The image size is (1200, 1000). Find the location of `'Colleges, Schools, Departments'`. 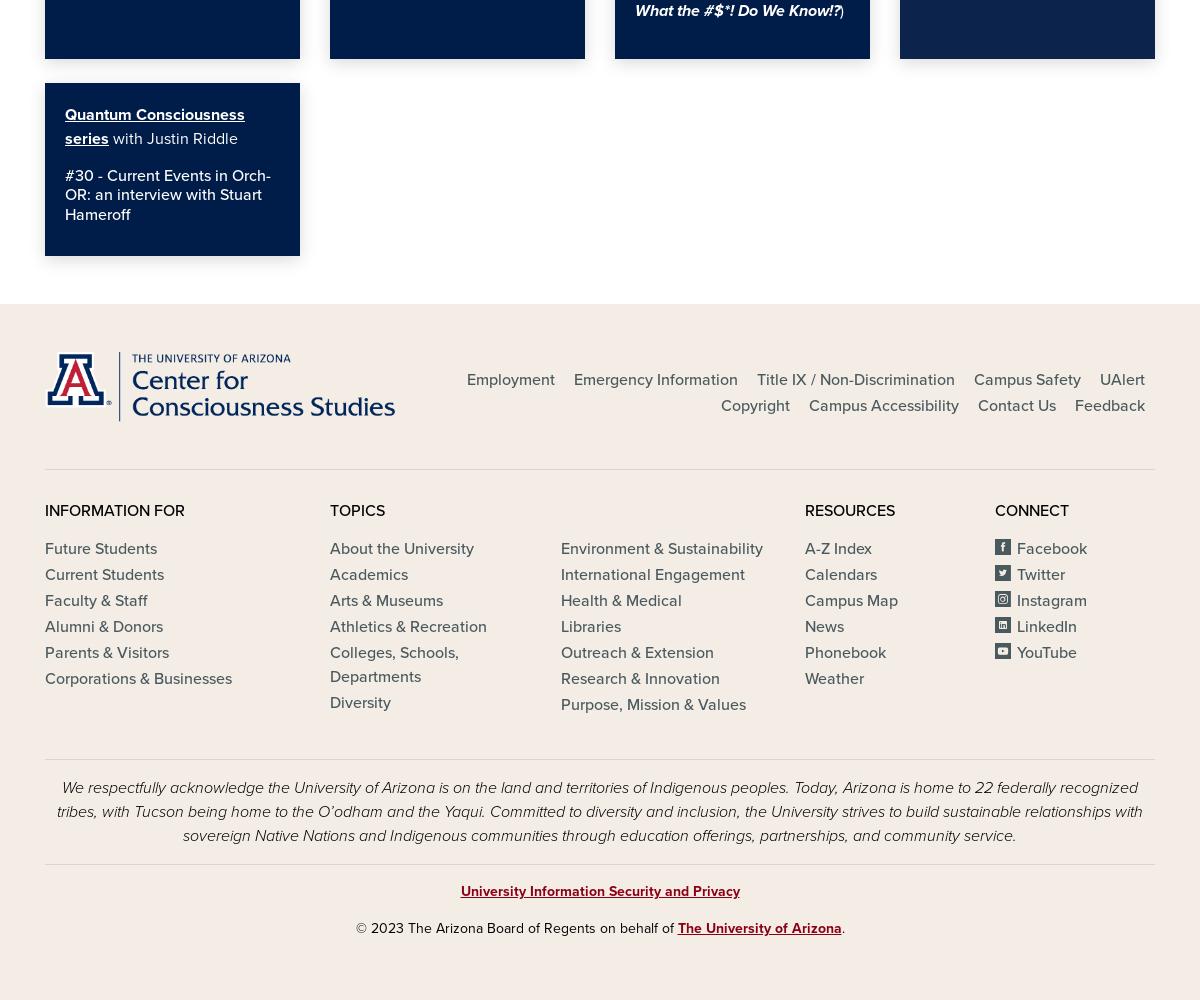

'Colleges, Schools, Departments' is located at coordinates (394, 665).